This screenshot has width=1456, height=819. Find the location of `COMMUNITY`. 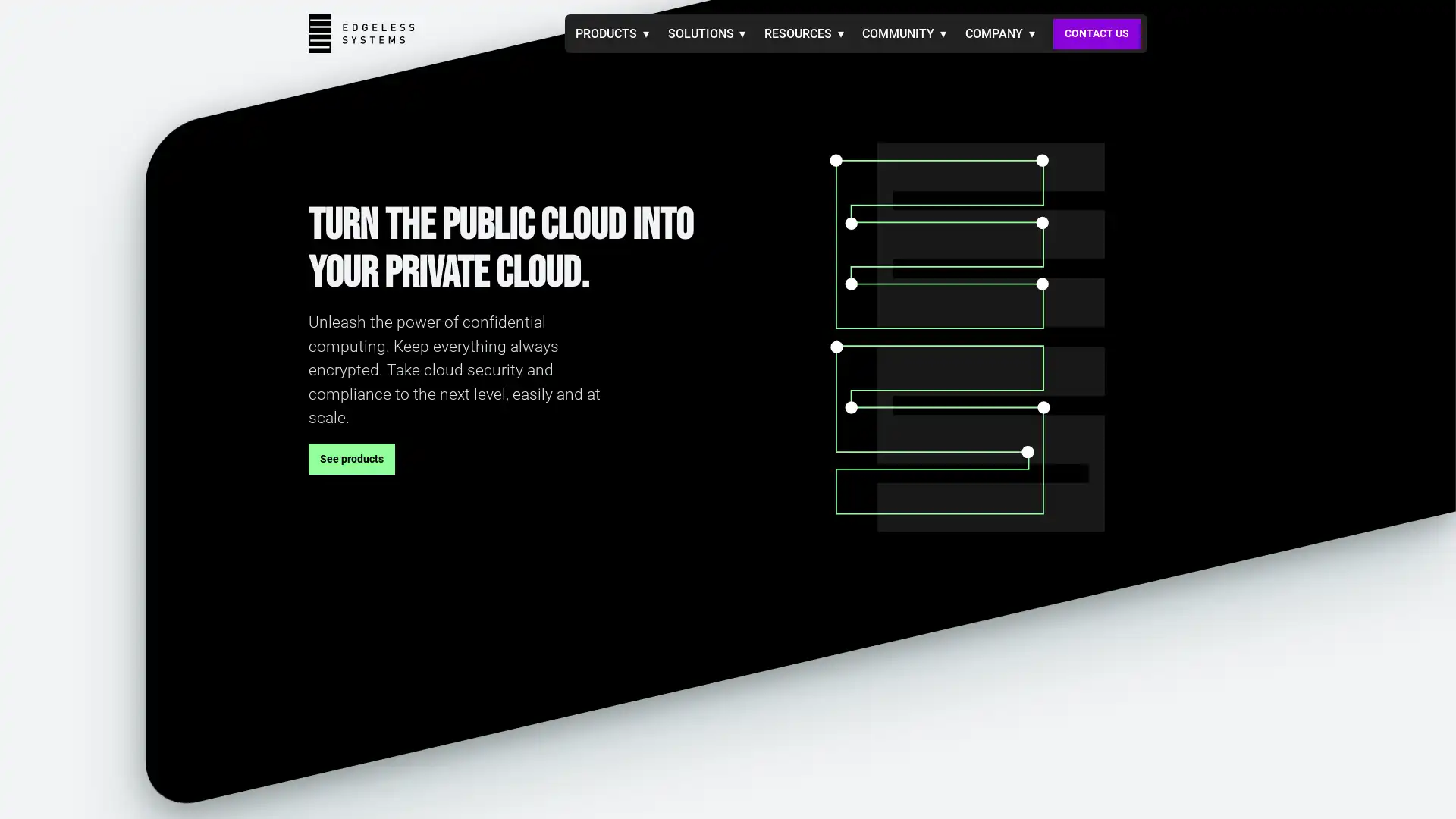

COMMUNITY is located at coordinates (904, 33).